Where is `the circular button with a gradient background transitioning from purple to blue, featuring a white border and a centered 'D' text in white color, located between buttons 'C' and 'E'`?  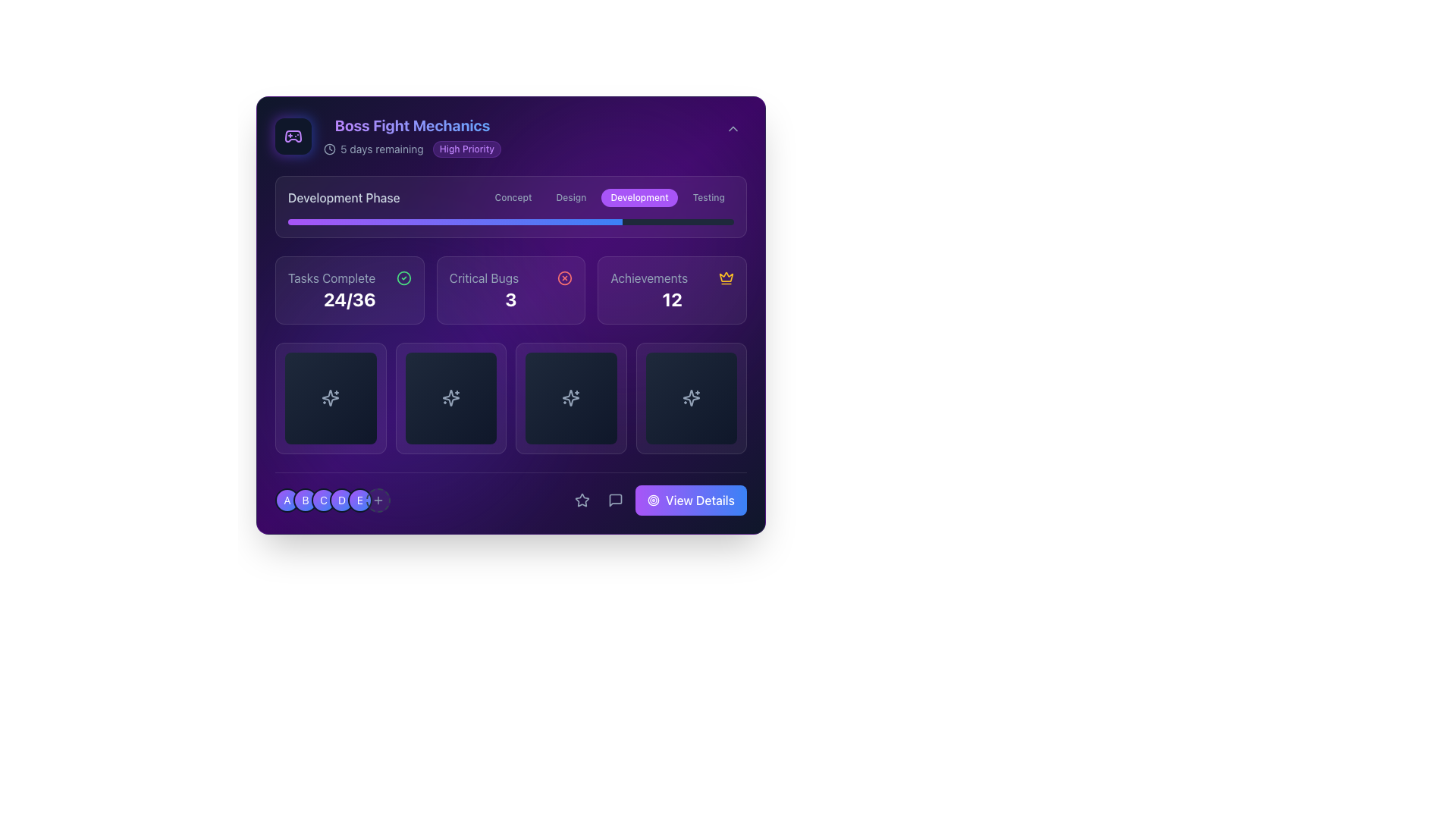
the circular button with a gradient background transitioning from purple to blue, featuring a white border and a centered 'D' text in white color, located between buttons 'C' and 'E' is located at coordinates (341, 500).